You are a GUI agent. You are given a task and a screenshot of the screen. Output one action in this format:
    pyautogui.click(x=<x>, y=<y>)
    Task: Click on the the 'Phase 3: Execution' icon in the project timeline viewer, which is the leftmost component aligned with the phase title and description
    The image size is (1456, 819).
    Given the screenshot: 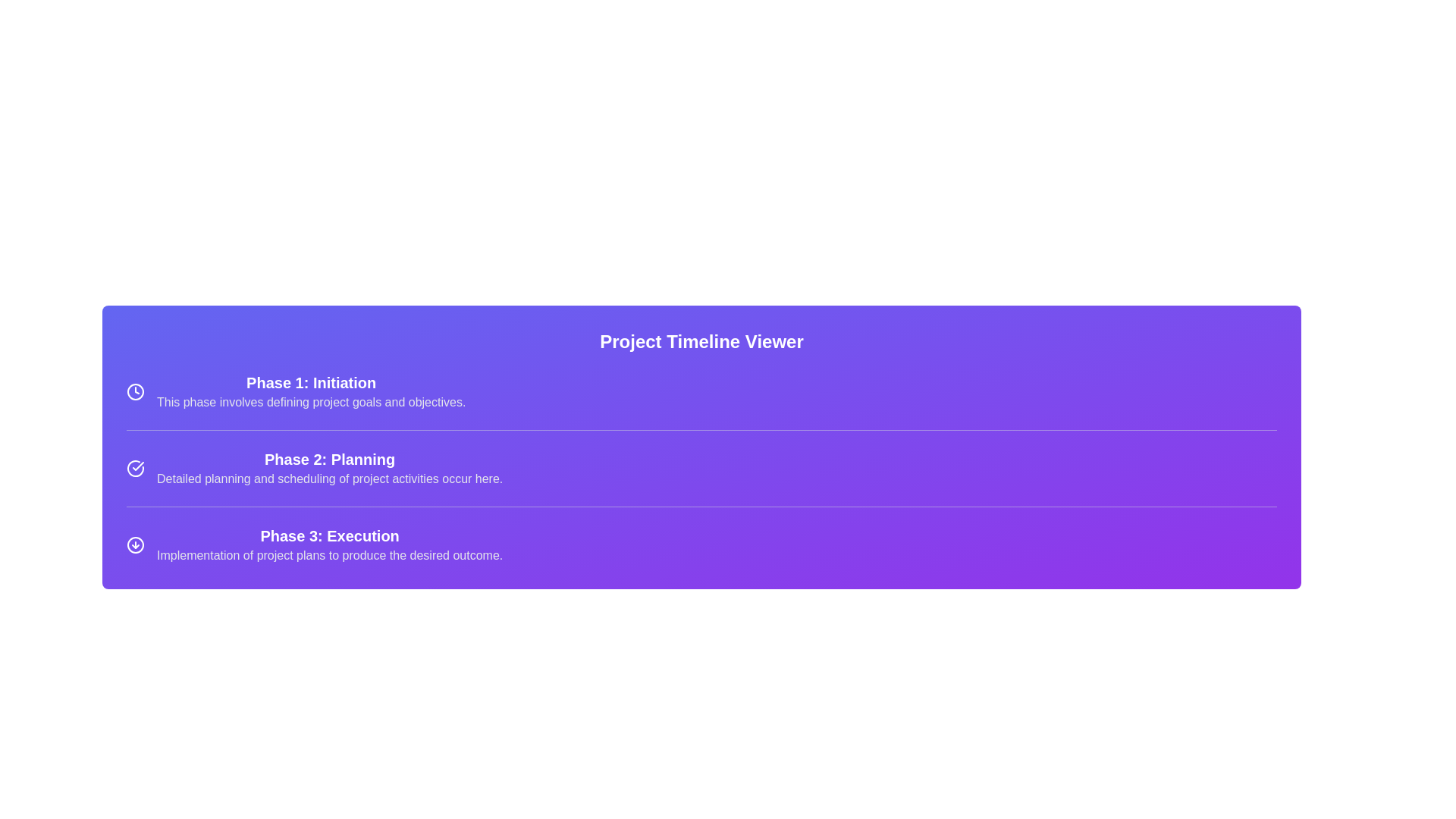 What is the action you would take?
    pyautogui.click(x=135, y=544)
    